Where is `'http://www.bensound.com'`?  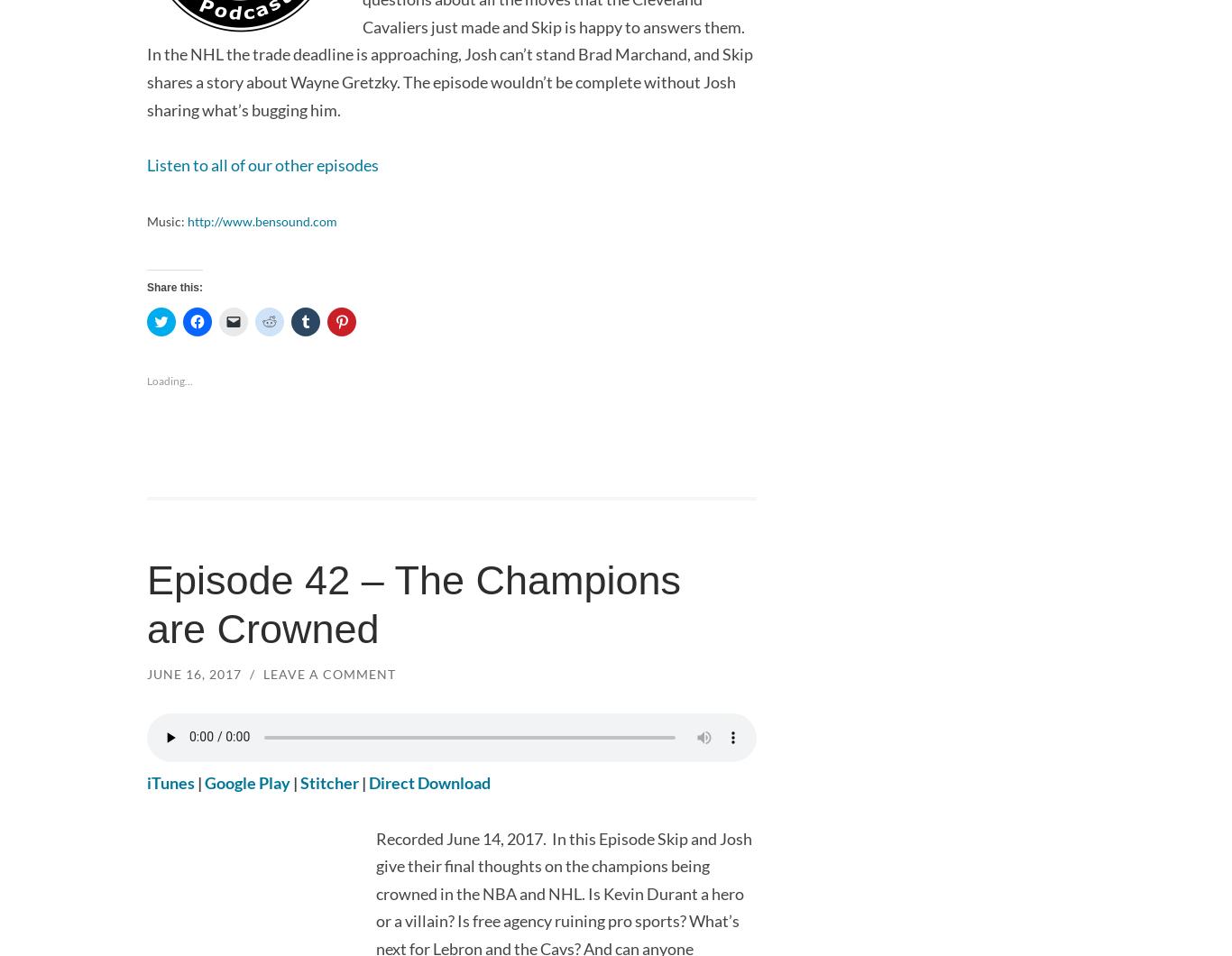 'http://www.bensound.com' is located at coordinates (262, 219).